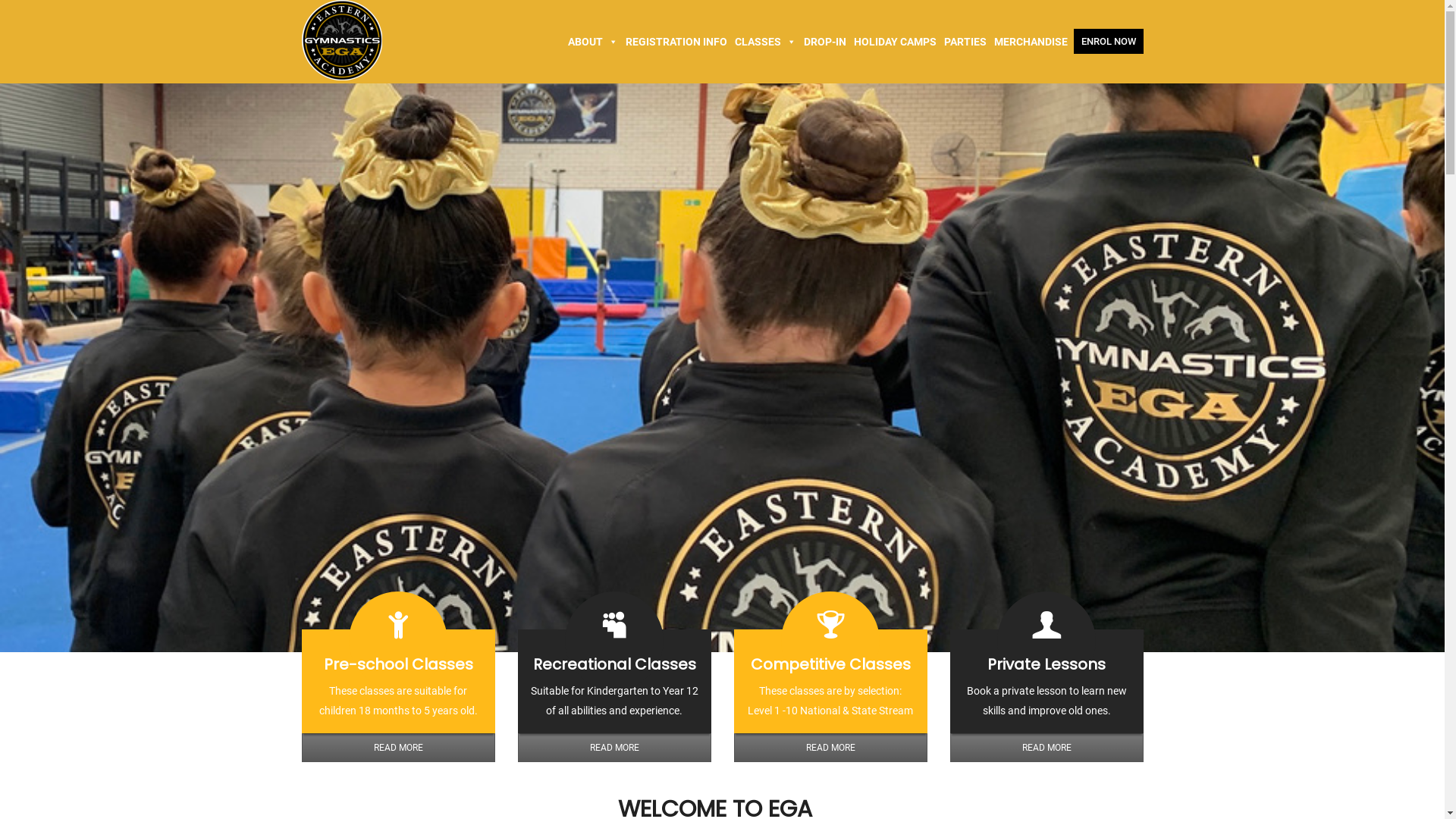 This screenshot has width=1456, height=819. Describe the element at coordinates (613, 663) in the screenshot. I see `'Recreational Classes'` at that location.